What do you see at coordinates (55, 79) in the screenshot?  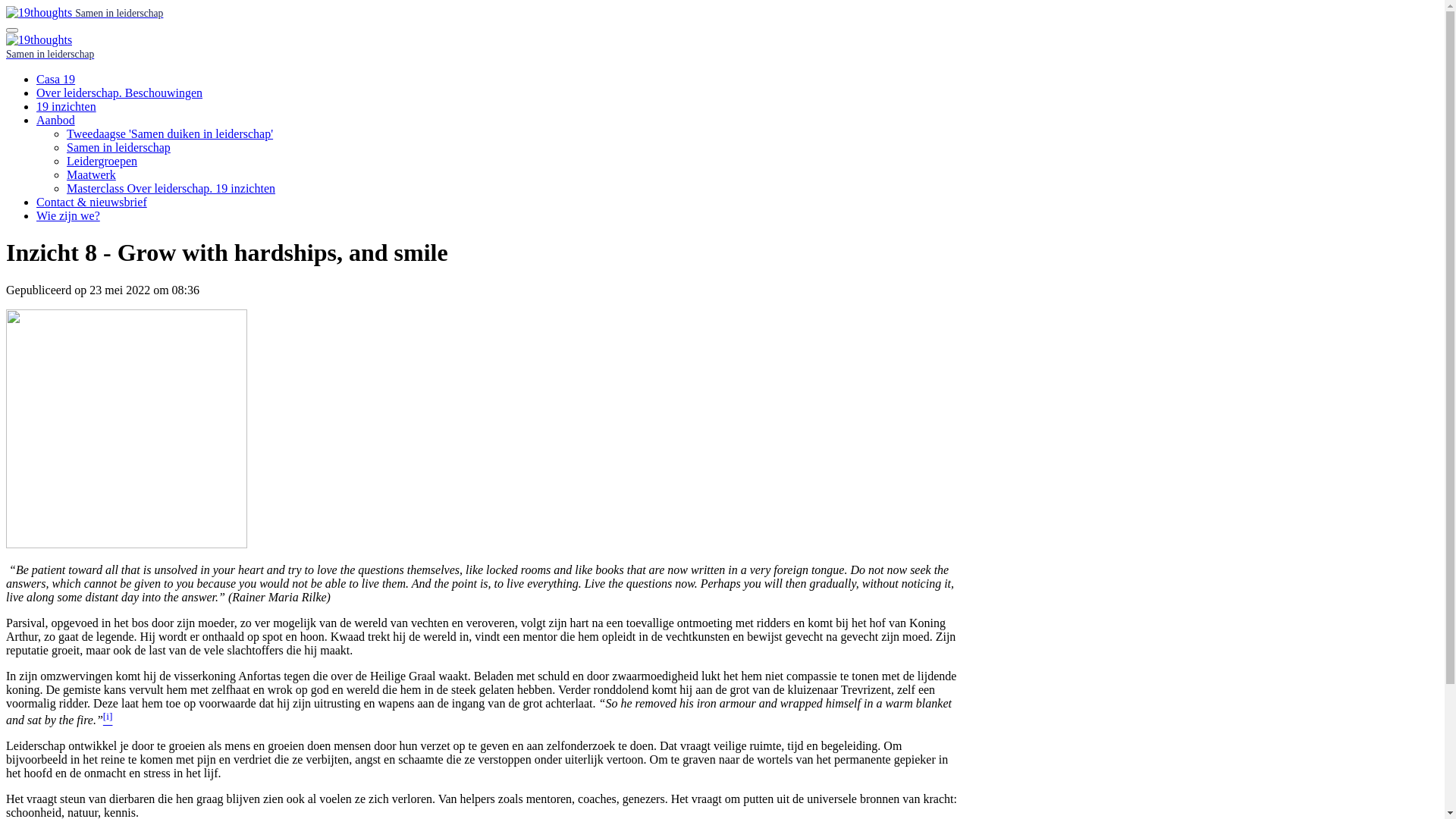 I see `'Casa 19'` at bounding box center [55, 79].